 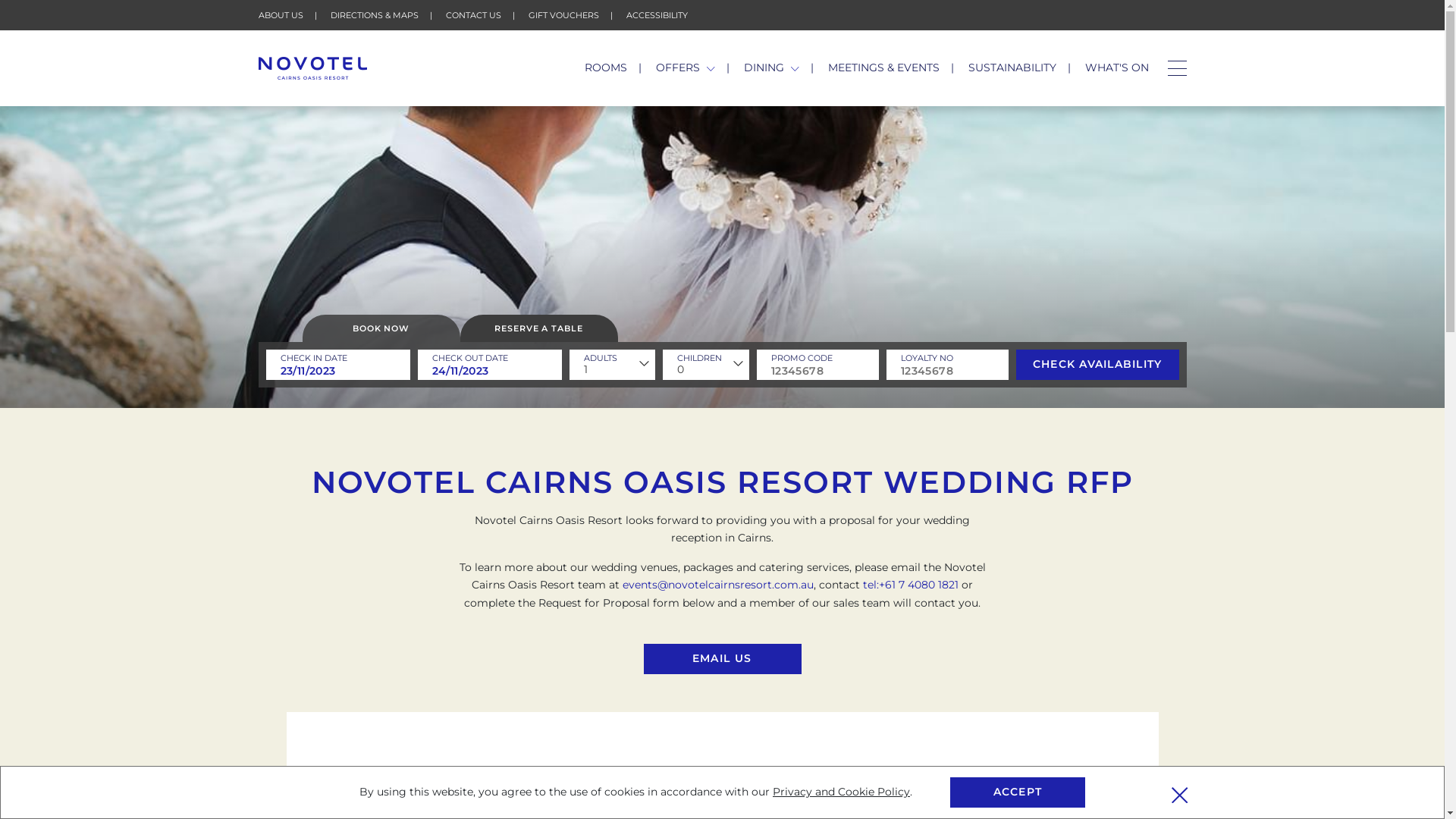 I want to click on 'events@novotelcairnsresort.com.au', so click(x=717, y=584).